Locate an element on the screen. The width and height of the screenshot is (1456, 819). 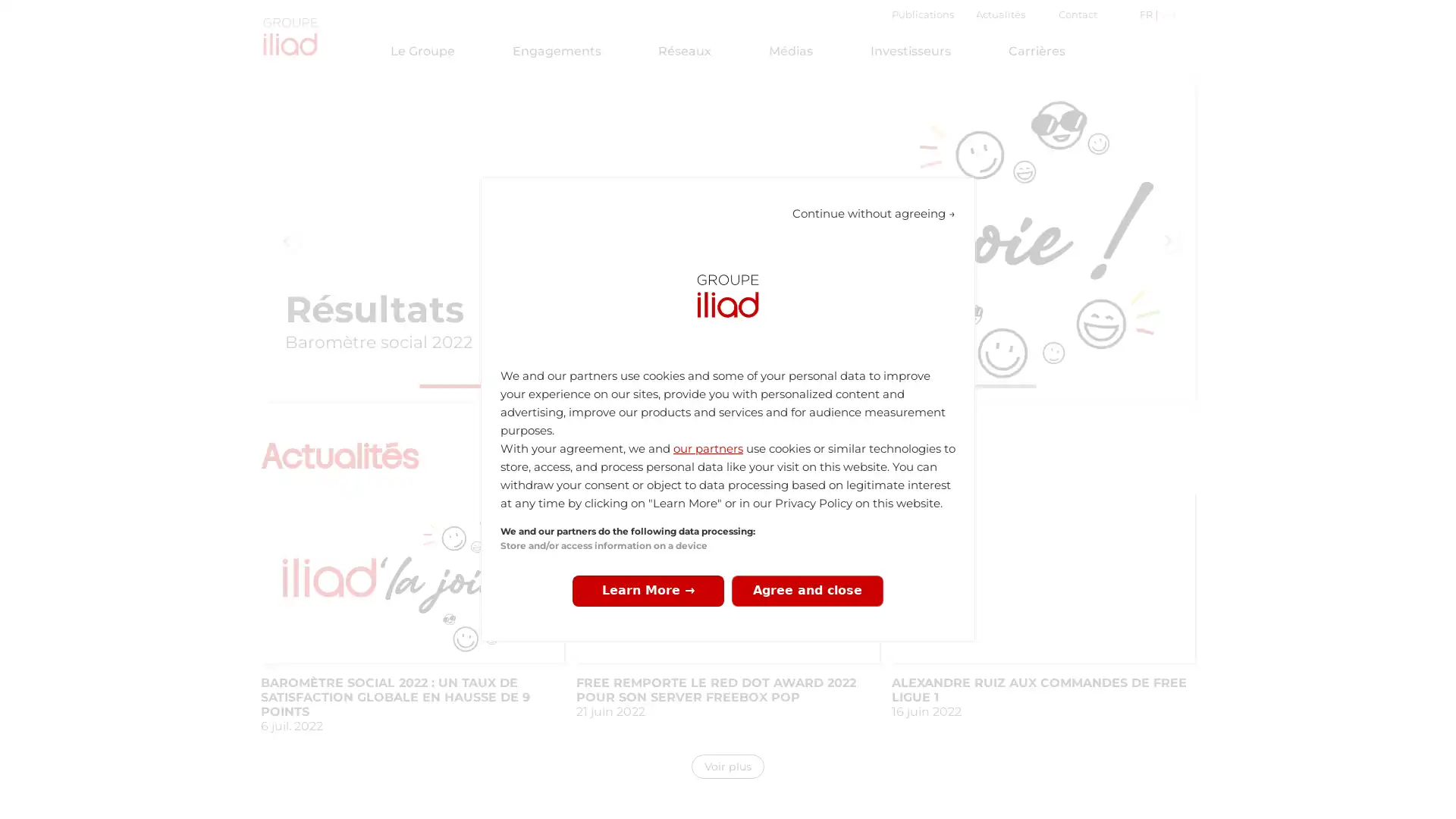
Voir plus is located at coordinates (728, 766).